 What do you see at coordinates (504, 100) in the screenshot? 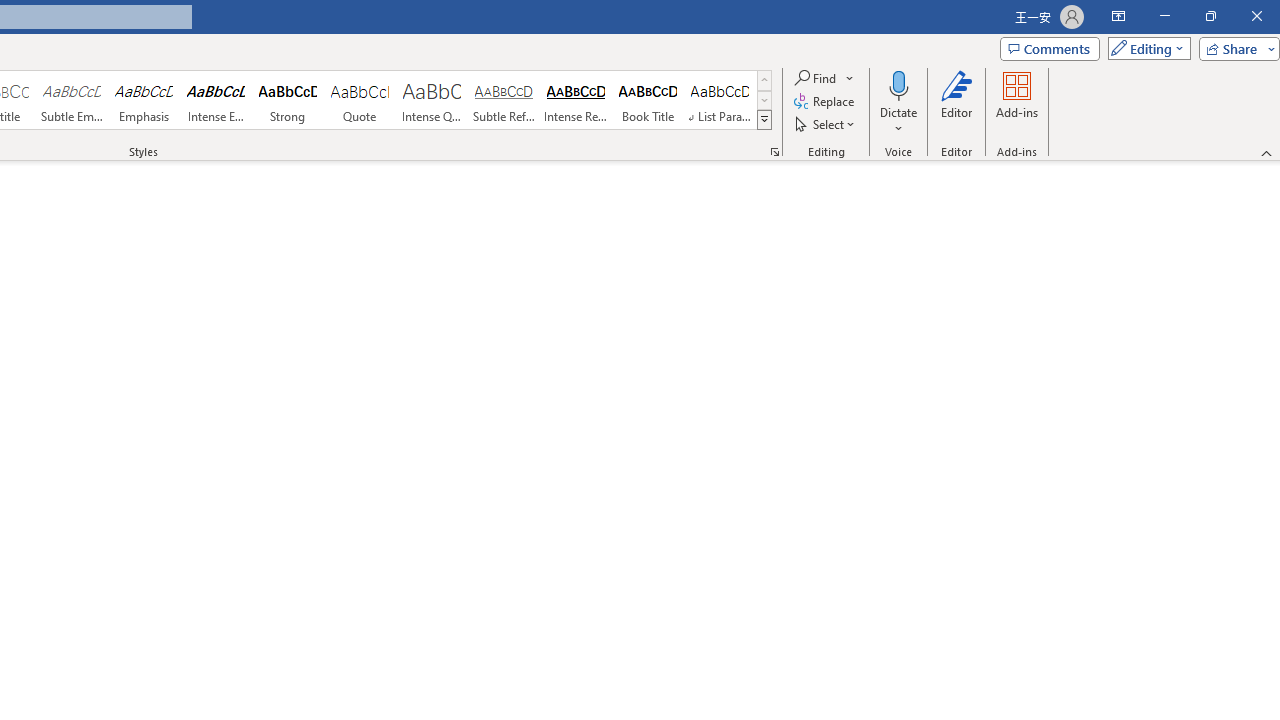
I see `'Subtle Reference'` at bounding box center [504, 100].